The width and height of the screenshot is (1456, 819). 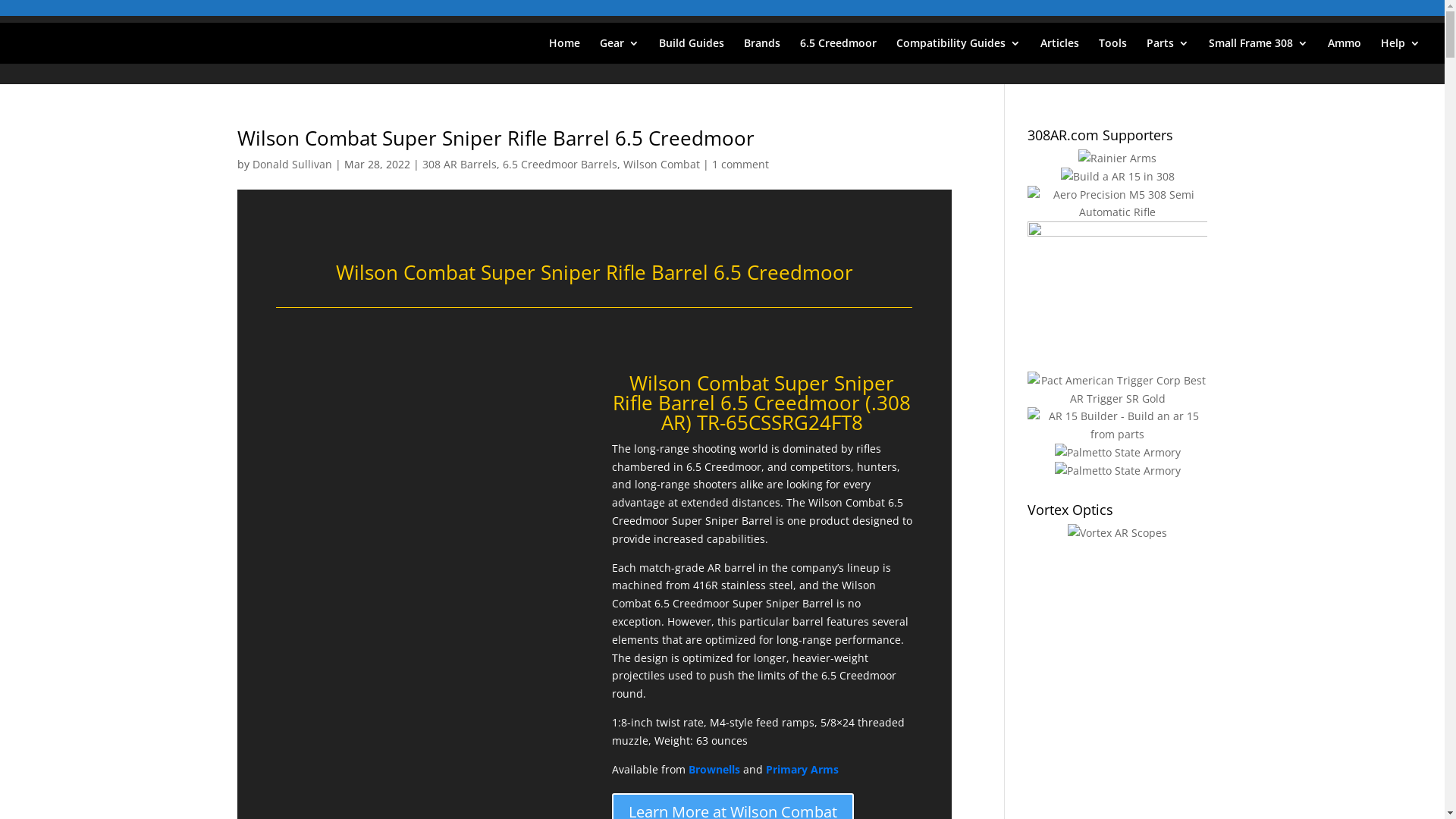 I want to click on 'Aero Precision M5 308 Semi Automatic Rifle', so click(x=1117, y=203).